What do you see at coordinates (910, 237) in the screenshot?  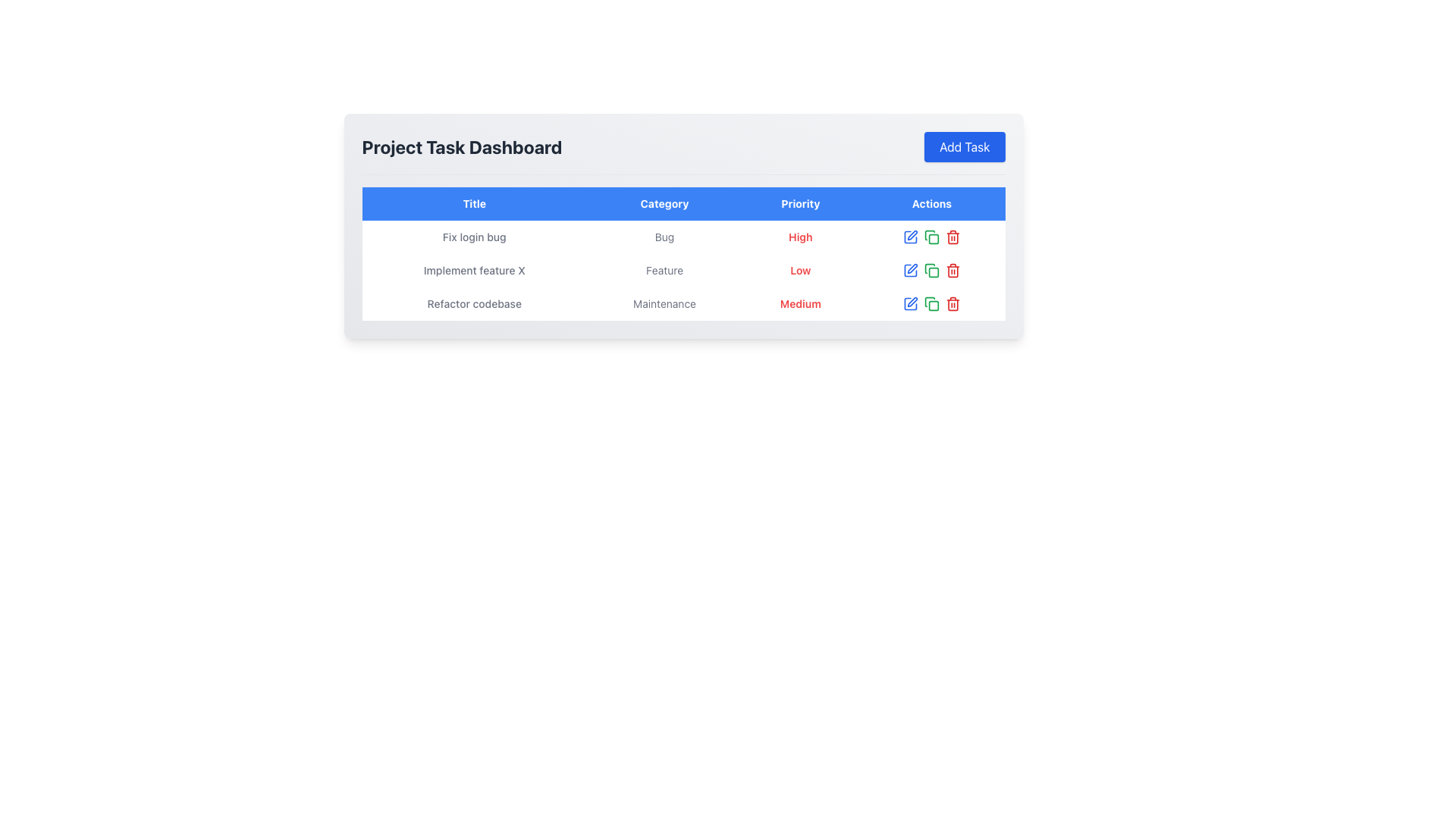 I see `the edit button located in the actions column of the first row in the table to initiate an edit action` at bounding box center [910, 237].